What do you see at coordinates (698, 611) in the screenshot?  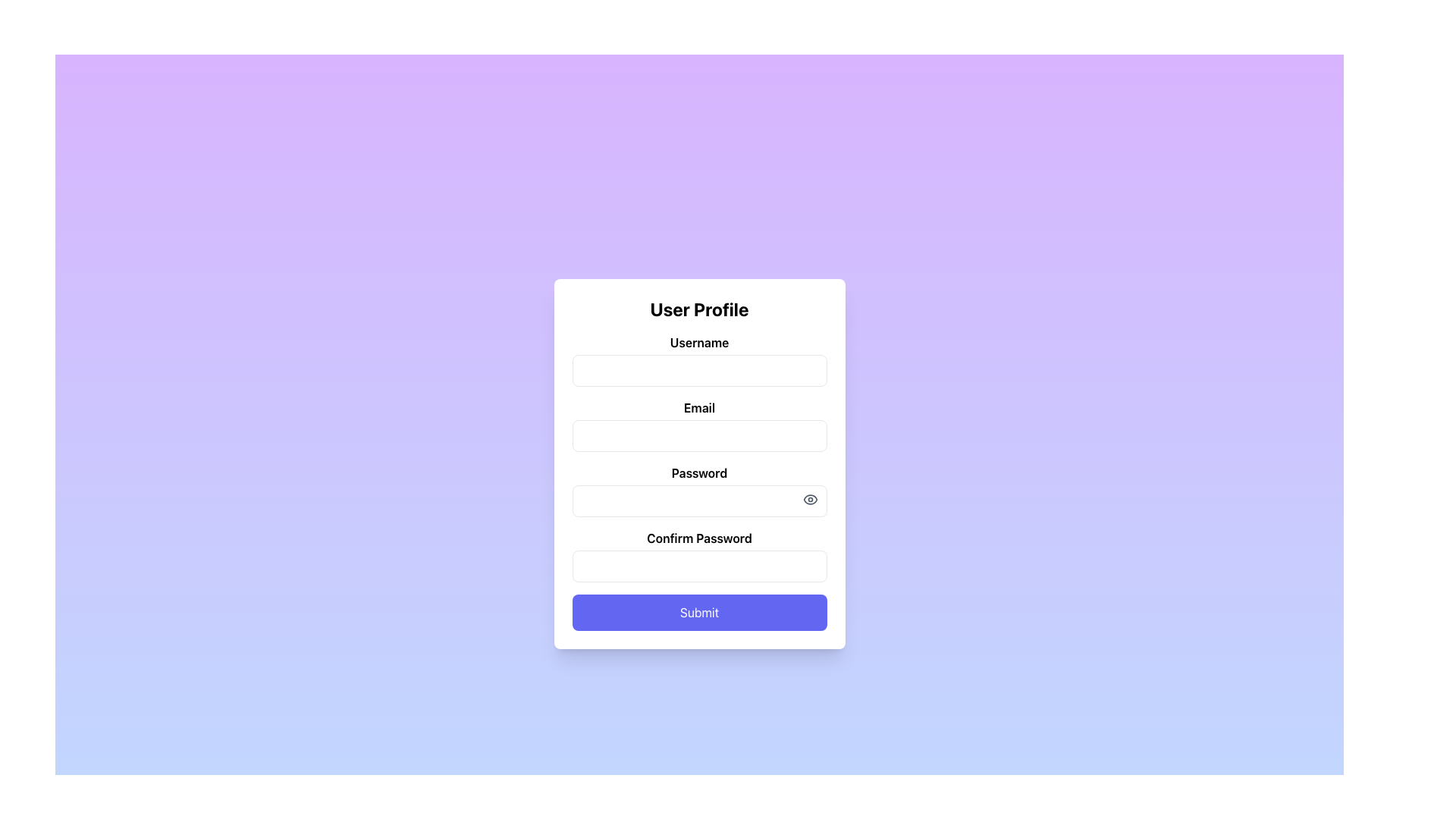 I see `the submit button located at the bottom of the 'User Profile' form` at bounding box center [698, 611].